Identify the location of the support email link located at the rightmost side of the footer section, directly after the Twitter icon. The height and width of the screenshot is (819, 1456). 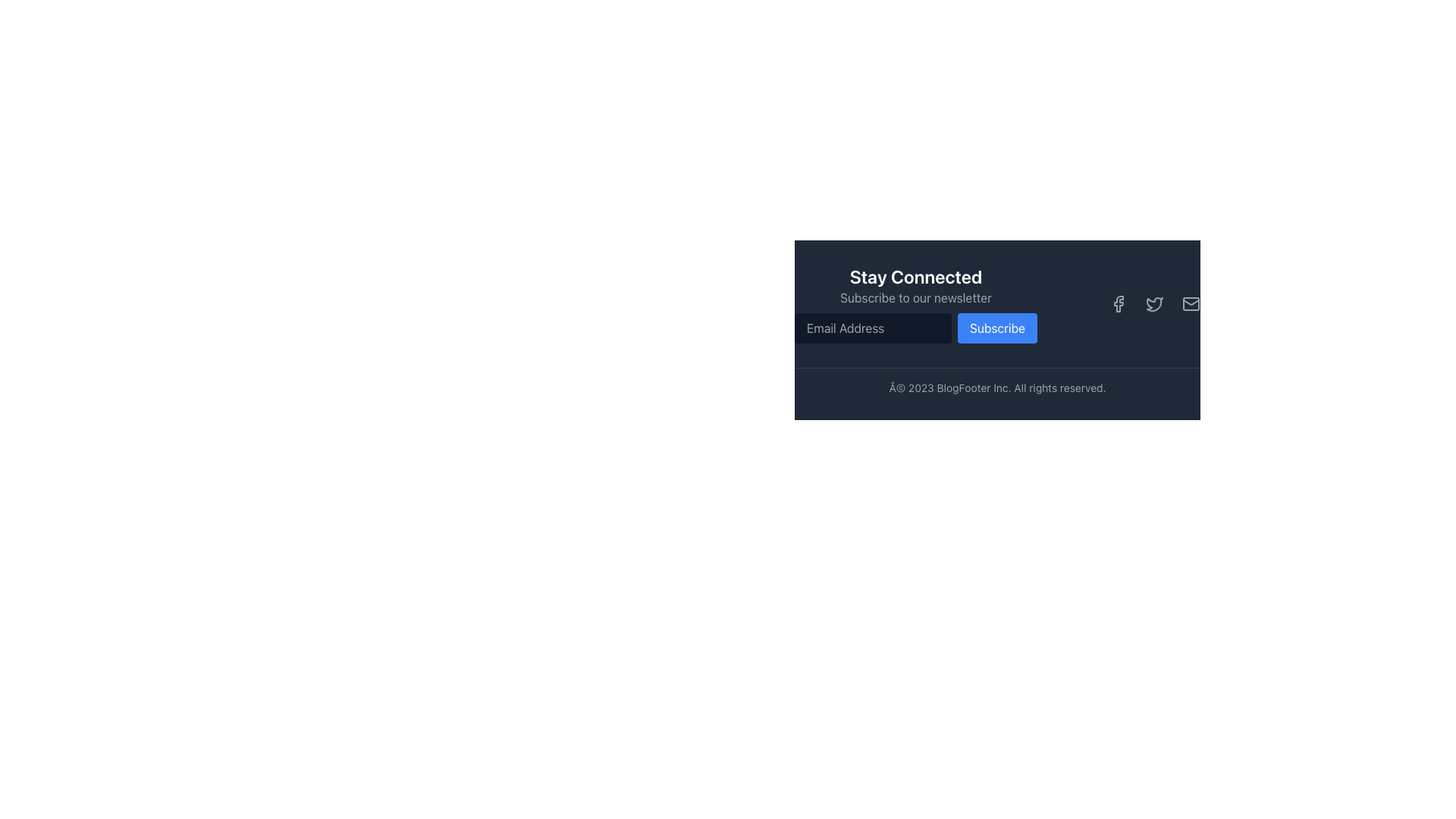
(1190, 304).